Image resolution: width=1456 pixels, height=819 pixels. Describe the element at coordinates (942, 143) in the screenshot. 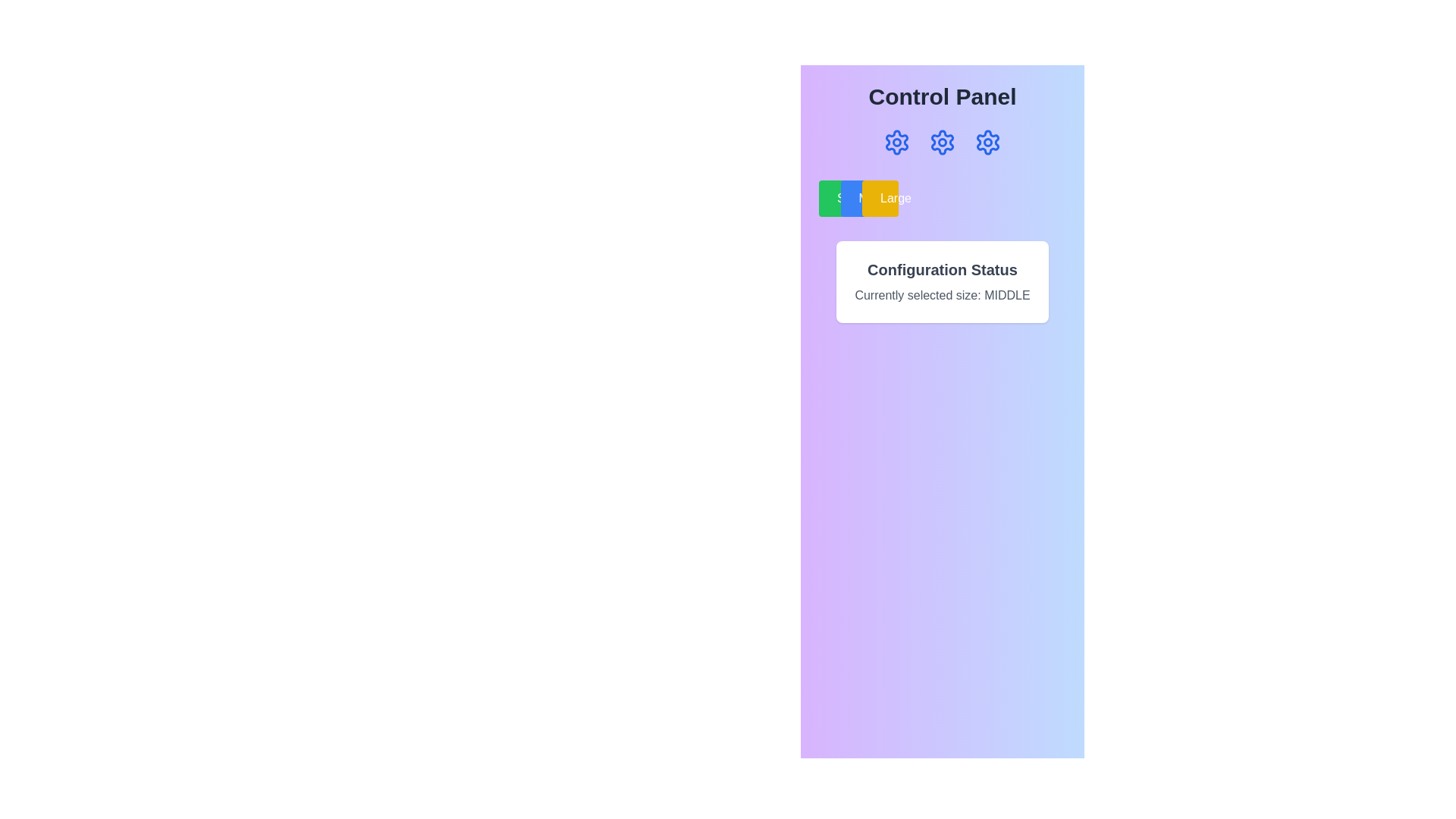

I see `the central circle of the second gear icon located under the 'Control Panel' title in the top section of the interface` at that location.